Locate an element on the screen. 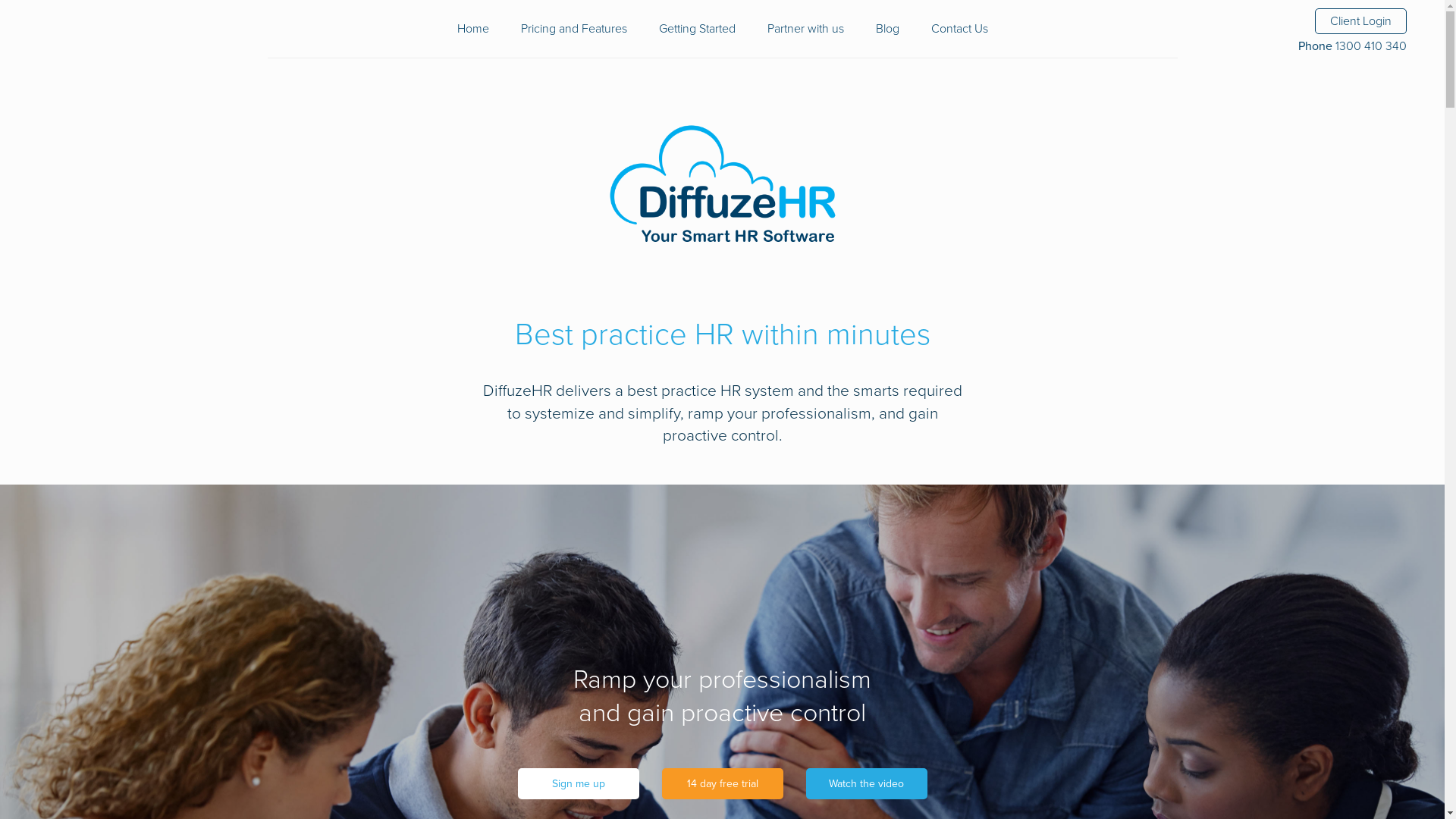  'Blog' is located at coordinates (886, 29).